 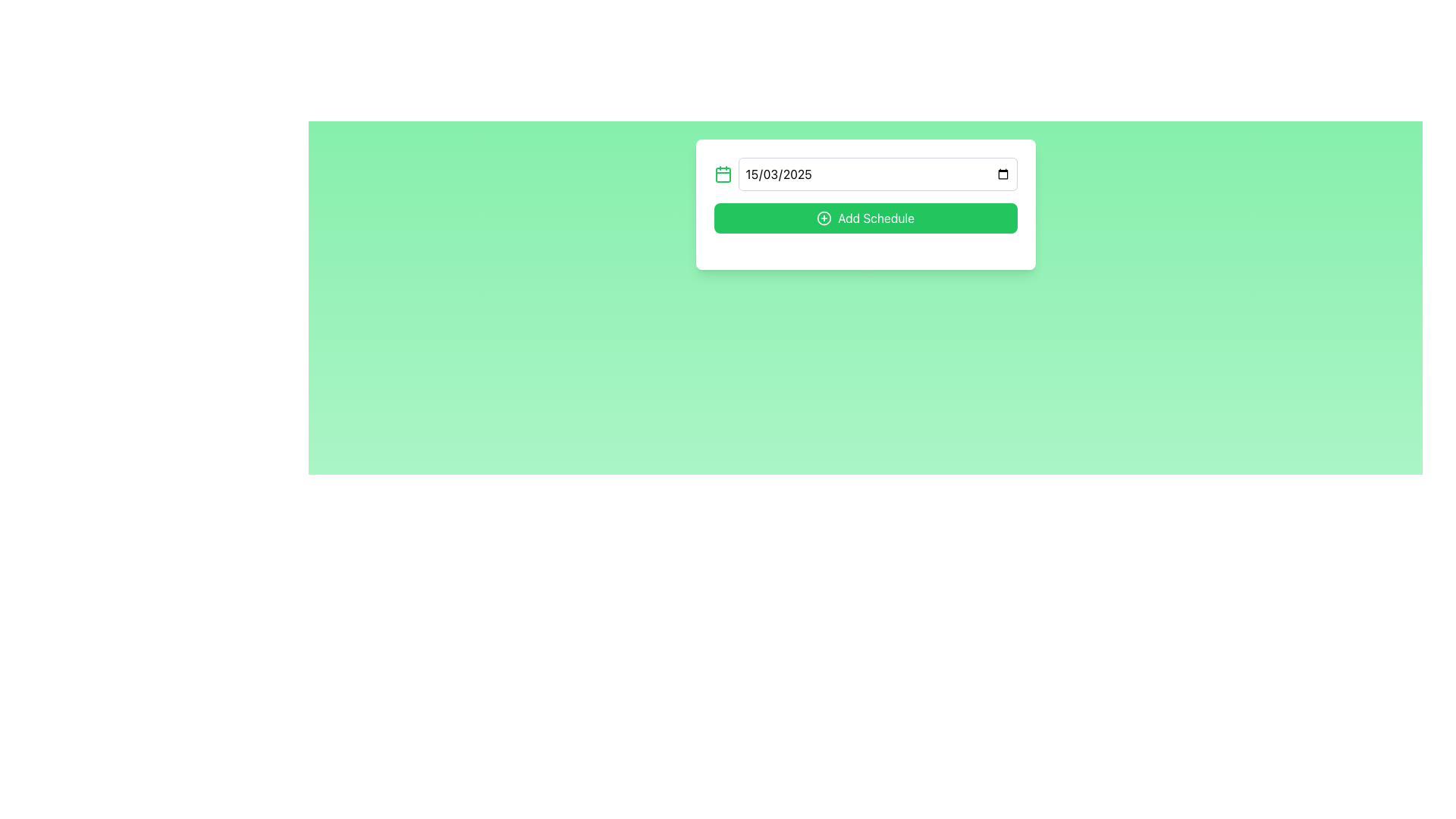 I want to click on the green calendar icon located to the left of the date entry field displaying '15/03/2025', so click(x=722, y=174).